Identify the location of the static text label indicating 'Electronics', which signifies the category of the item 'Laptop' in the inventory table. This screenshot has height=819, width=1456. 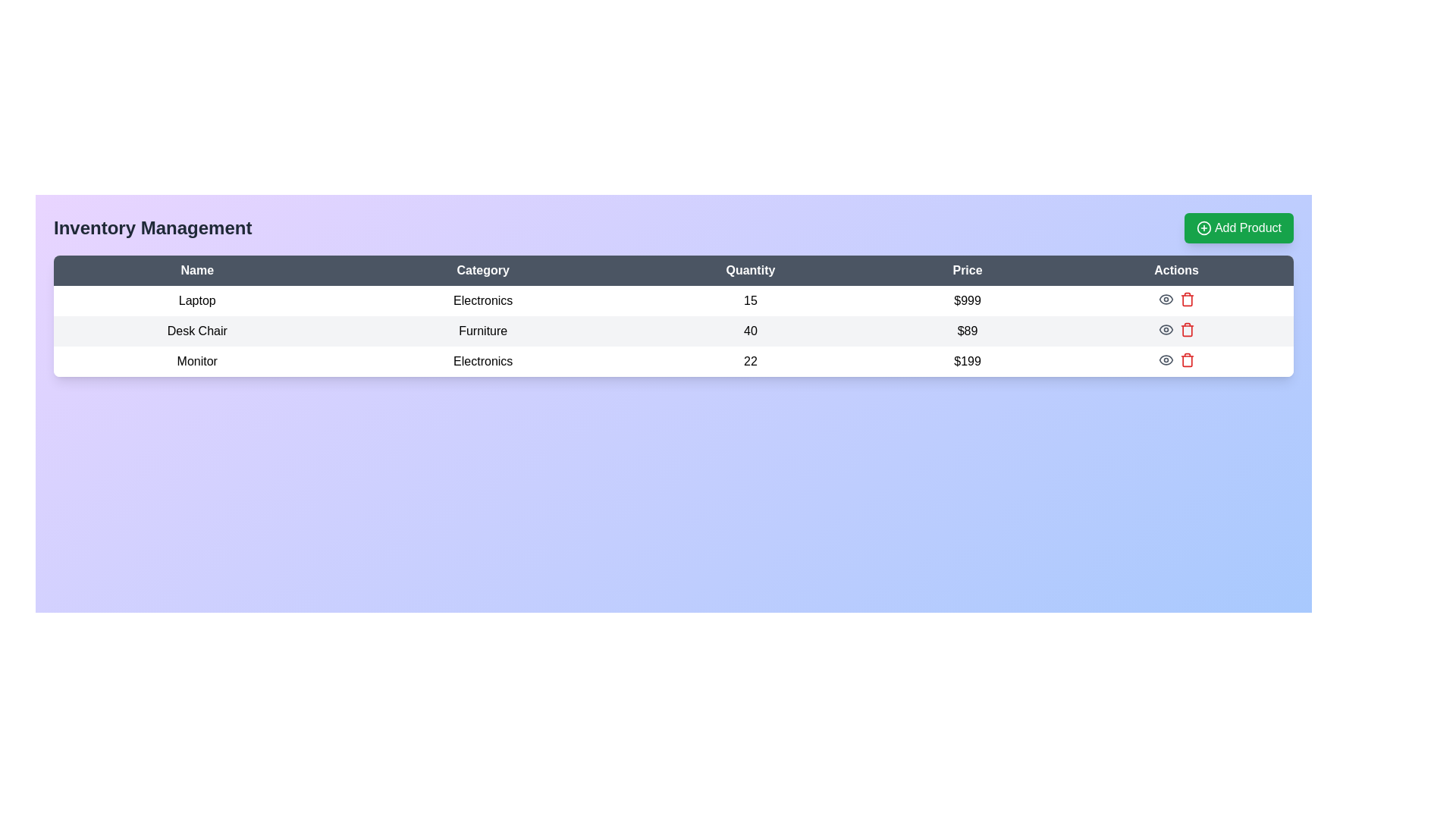
(482, 301).